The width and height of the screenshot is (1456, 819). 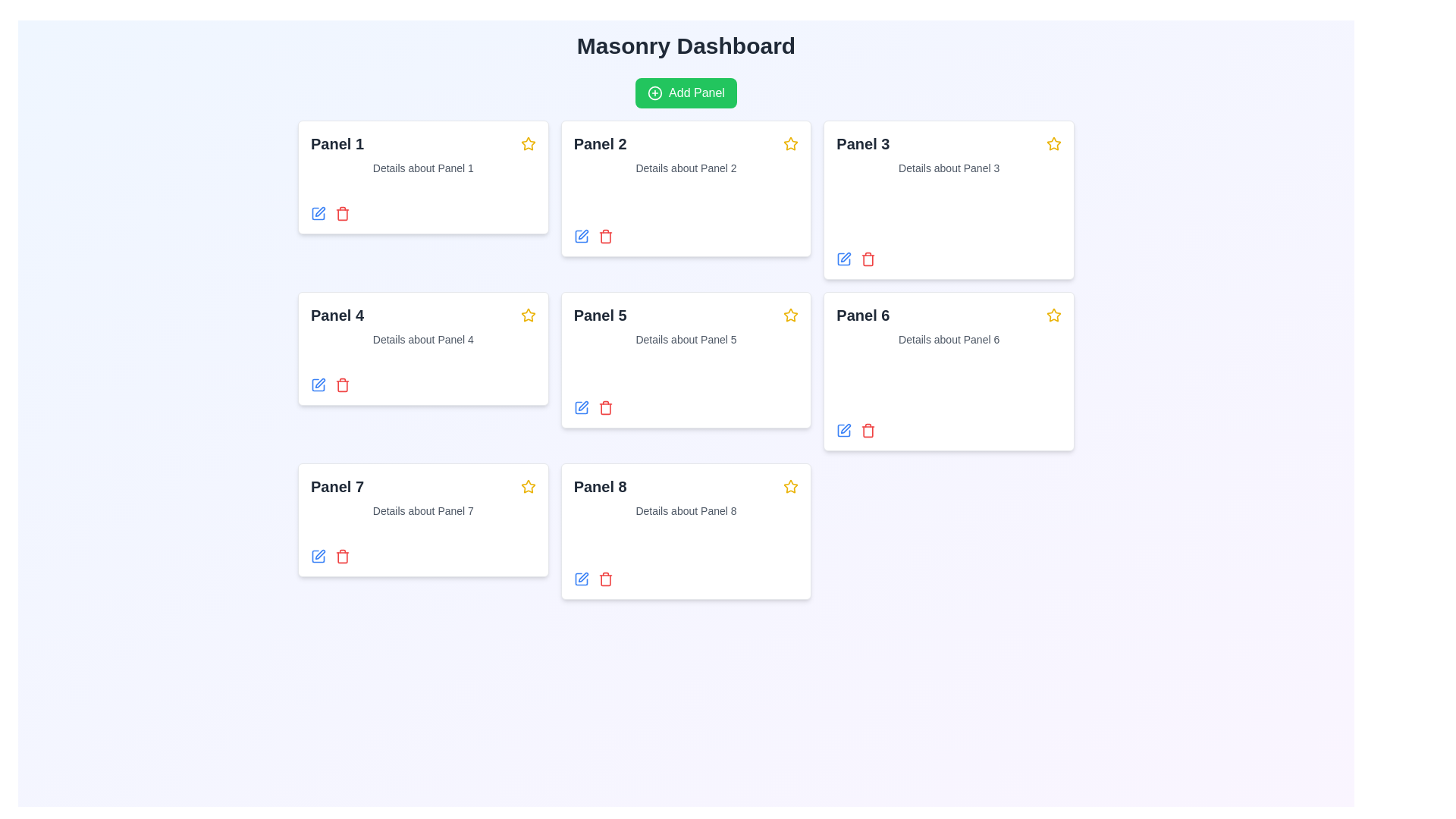 What do you see at coordinates (685, 511) in the screenshot?
I see `the Static Text that provides descriptive information about the card content in 'Panel 8', located below the header and above the action icons` at bounding box center [685, 511].